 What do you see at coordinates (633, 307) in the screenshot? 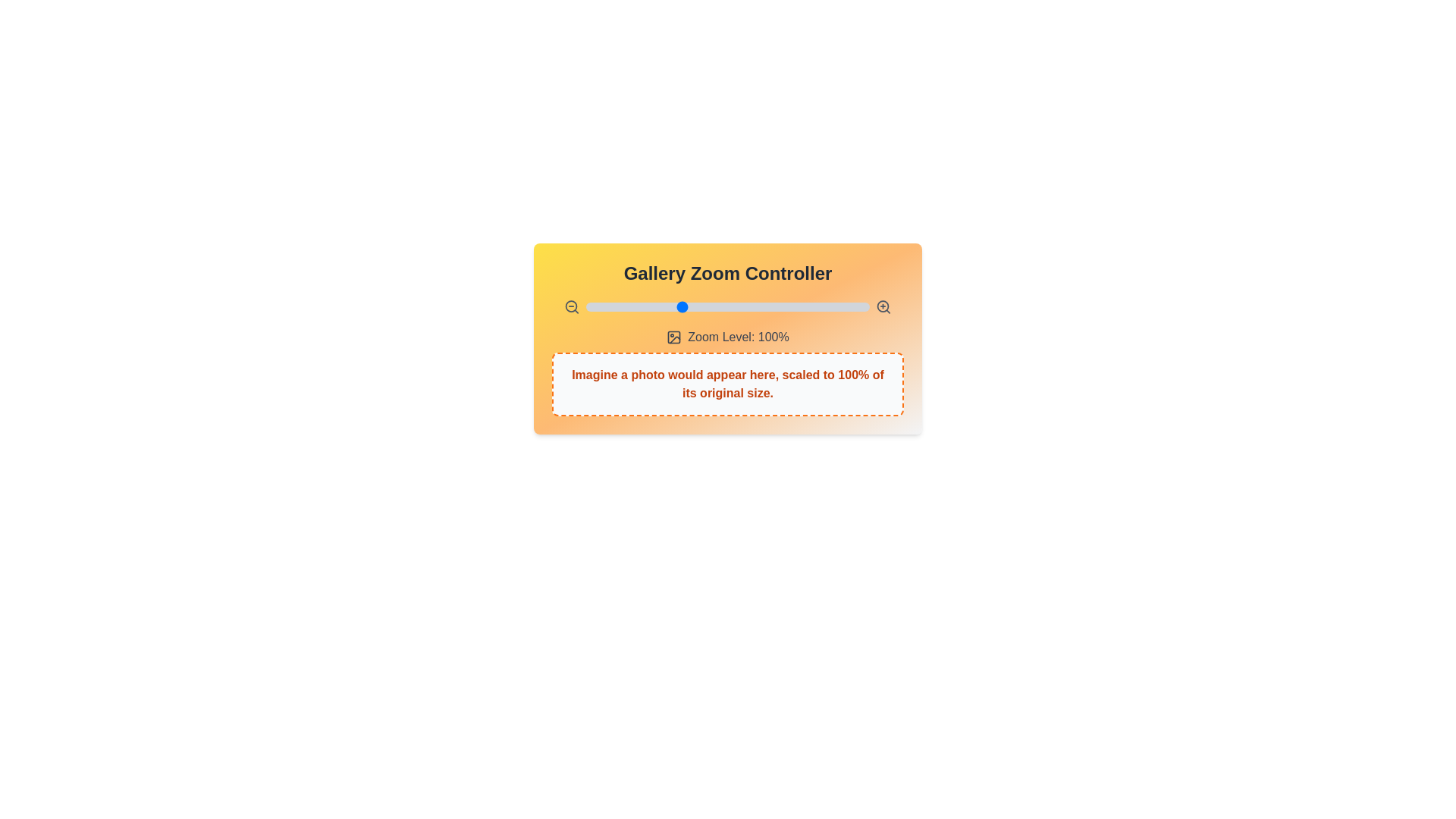
I see `the zoom level to 75% by interacting with the slider` at bounding box center [633, 307].